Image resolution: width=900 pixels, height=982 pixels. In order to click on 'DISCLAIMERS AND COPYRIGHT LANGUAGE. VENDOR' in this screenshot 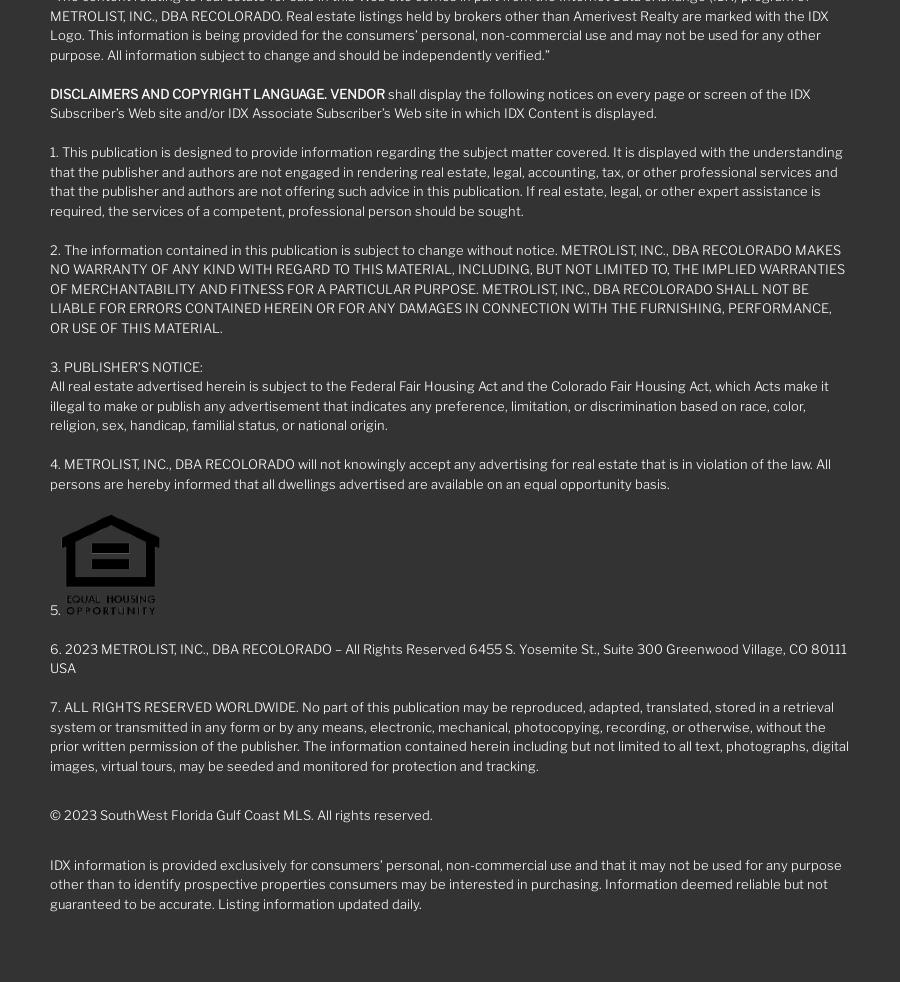, I will do `click(217, 91)`.